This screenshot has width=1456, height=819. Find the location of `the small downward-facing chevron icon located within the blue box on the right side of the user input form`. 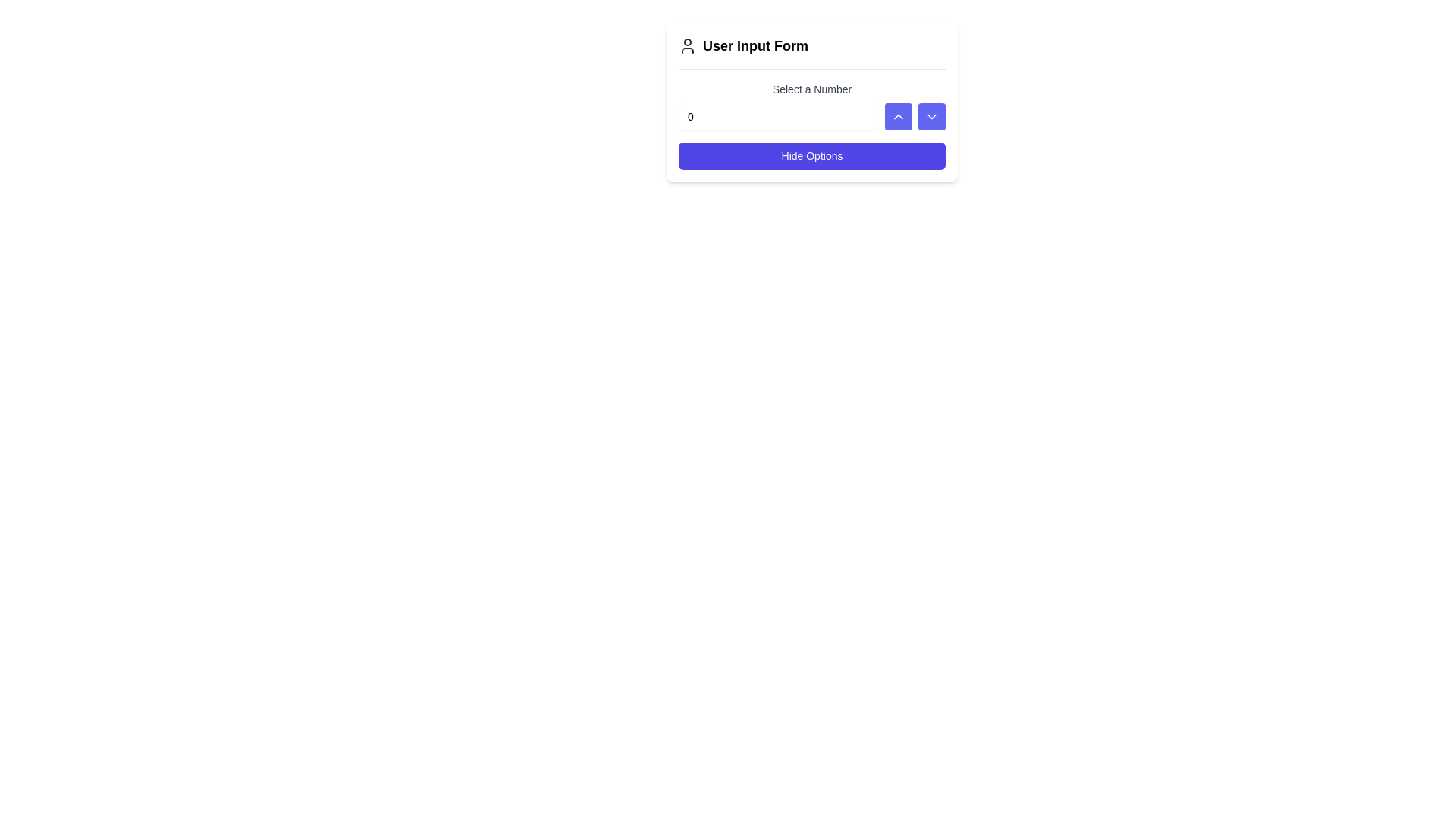

the small downward-facing chevron icon located within the blue box on the right side of the user input form is located at coordinates (930, 116).